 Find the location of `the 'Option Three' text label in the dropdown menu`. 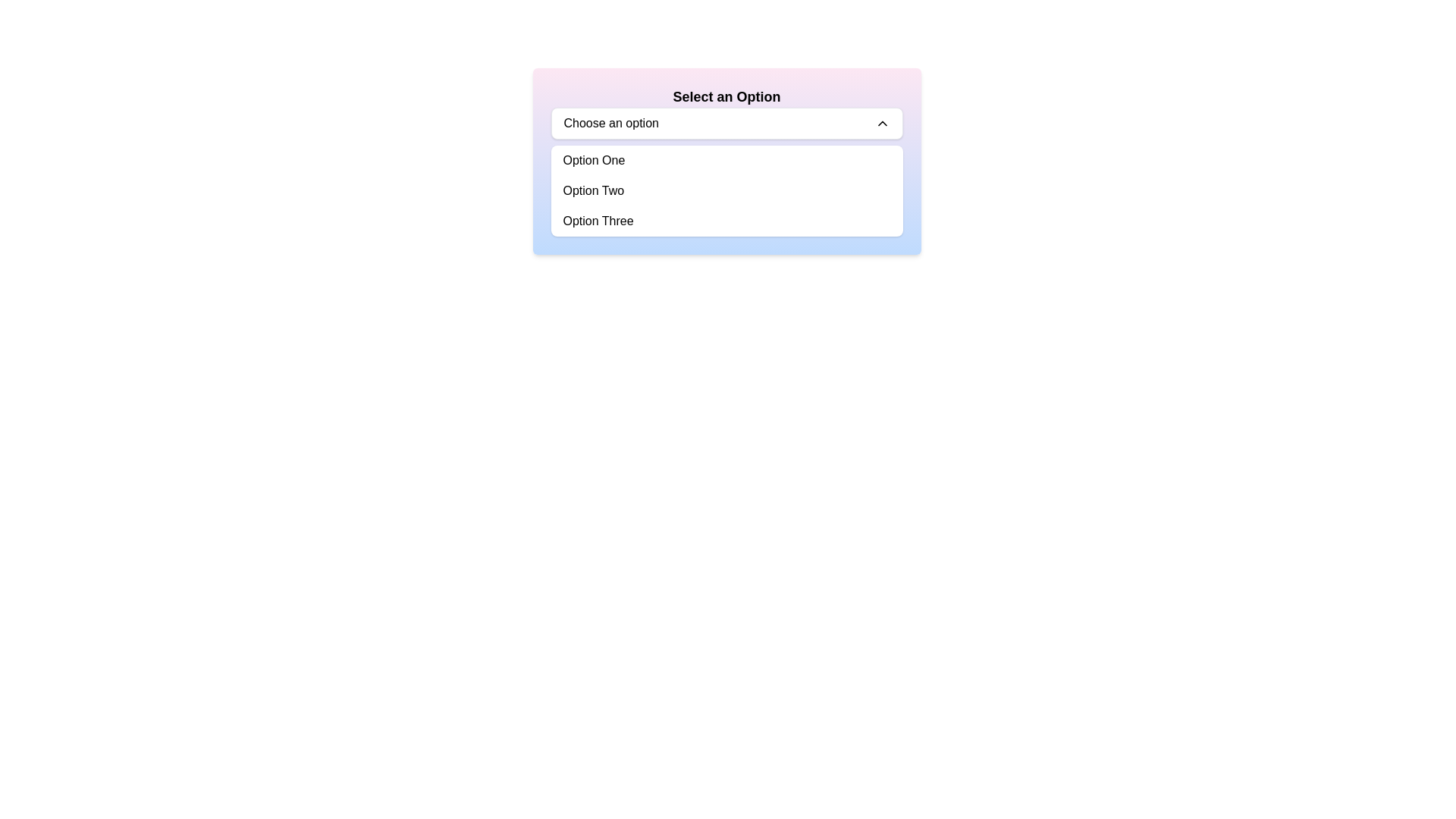

the 'Option Three' text label in the dropdown menu is located at coordinates (598, 221).